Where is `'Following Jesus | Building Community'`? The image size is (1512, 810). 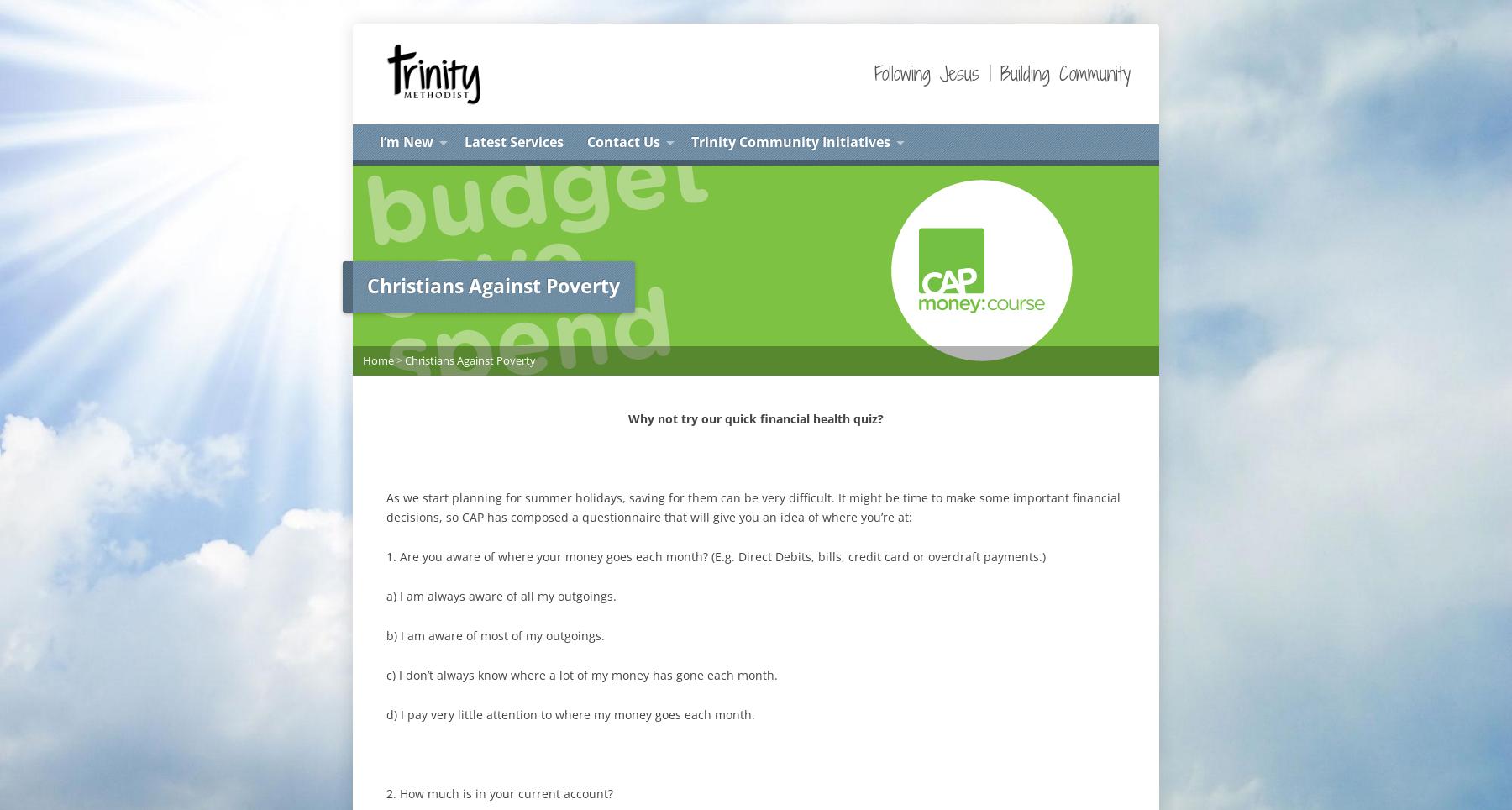 'Following Jesus | Building Community' is located at coordinates (1001, 72).